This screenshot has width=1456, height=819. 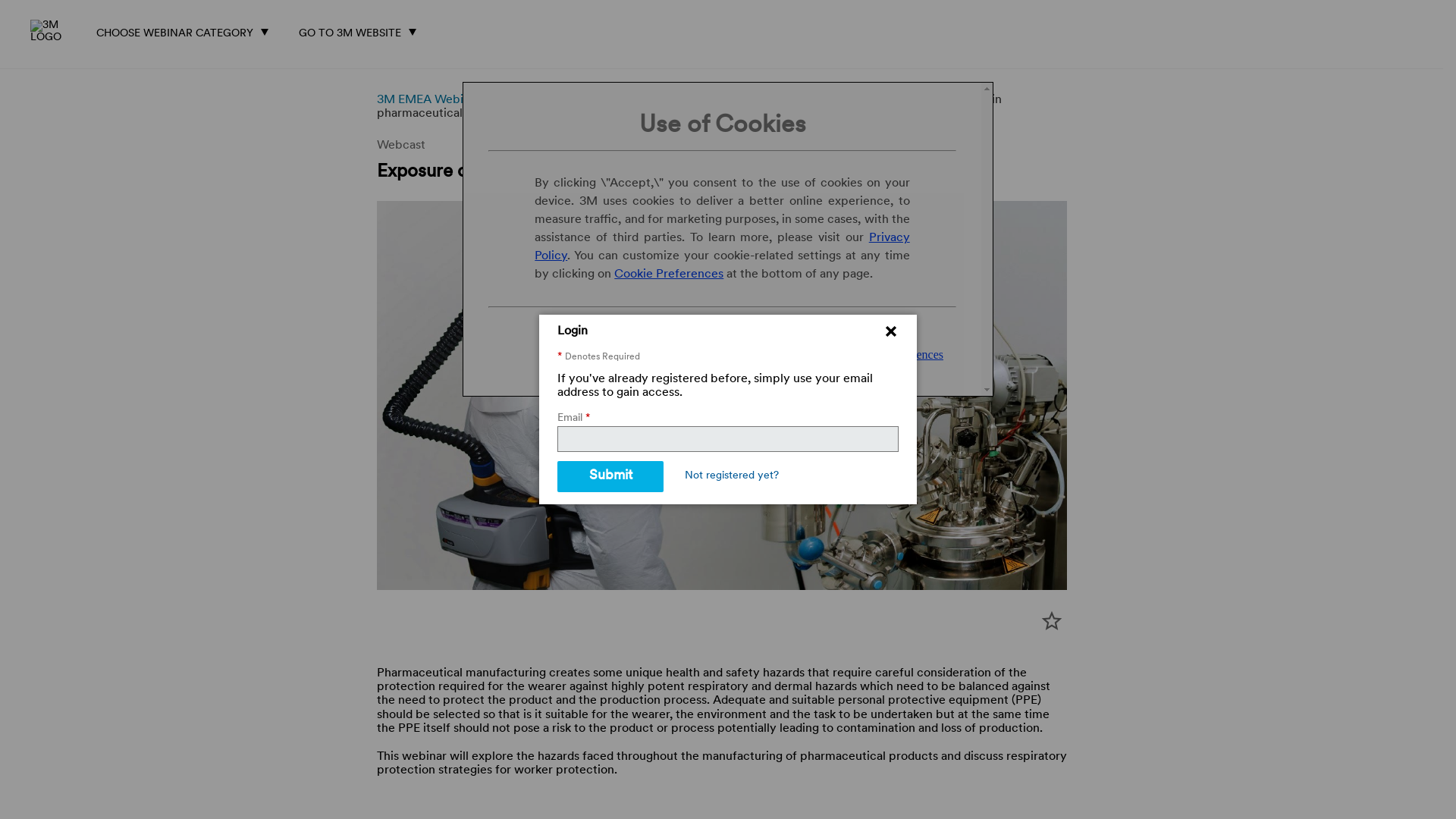 I want to click on 'Manage my preferences', so click(x=884, y=354).